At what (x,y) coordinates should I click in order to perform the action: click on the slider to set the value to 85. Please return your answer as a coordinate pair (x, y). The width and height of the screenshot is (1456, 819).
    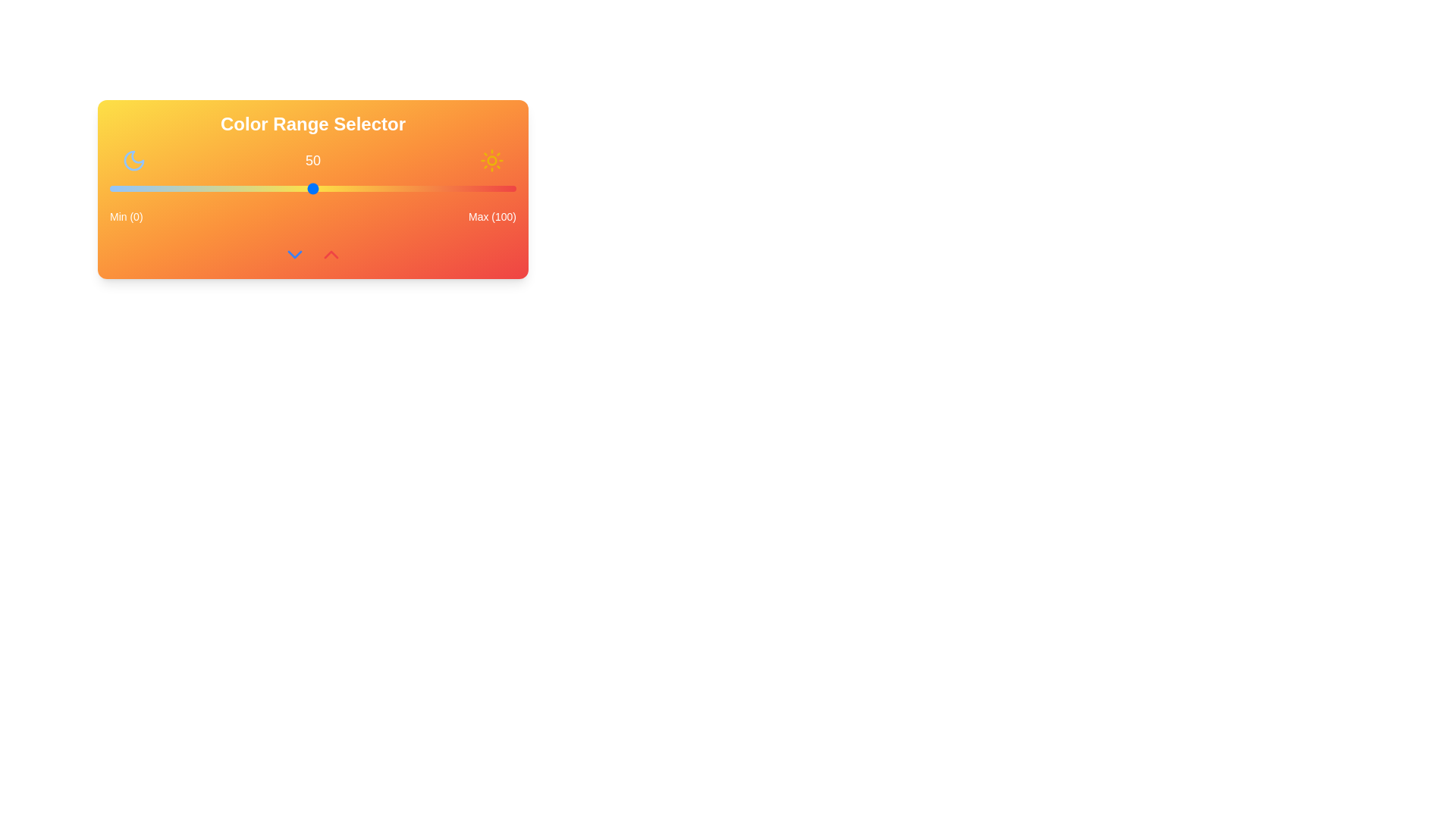
    Looking at the image, I should click on (454, 188).